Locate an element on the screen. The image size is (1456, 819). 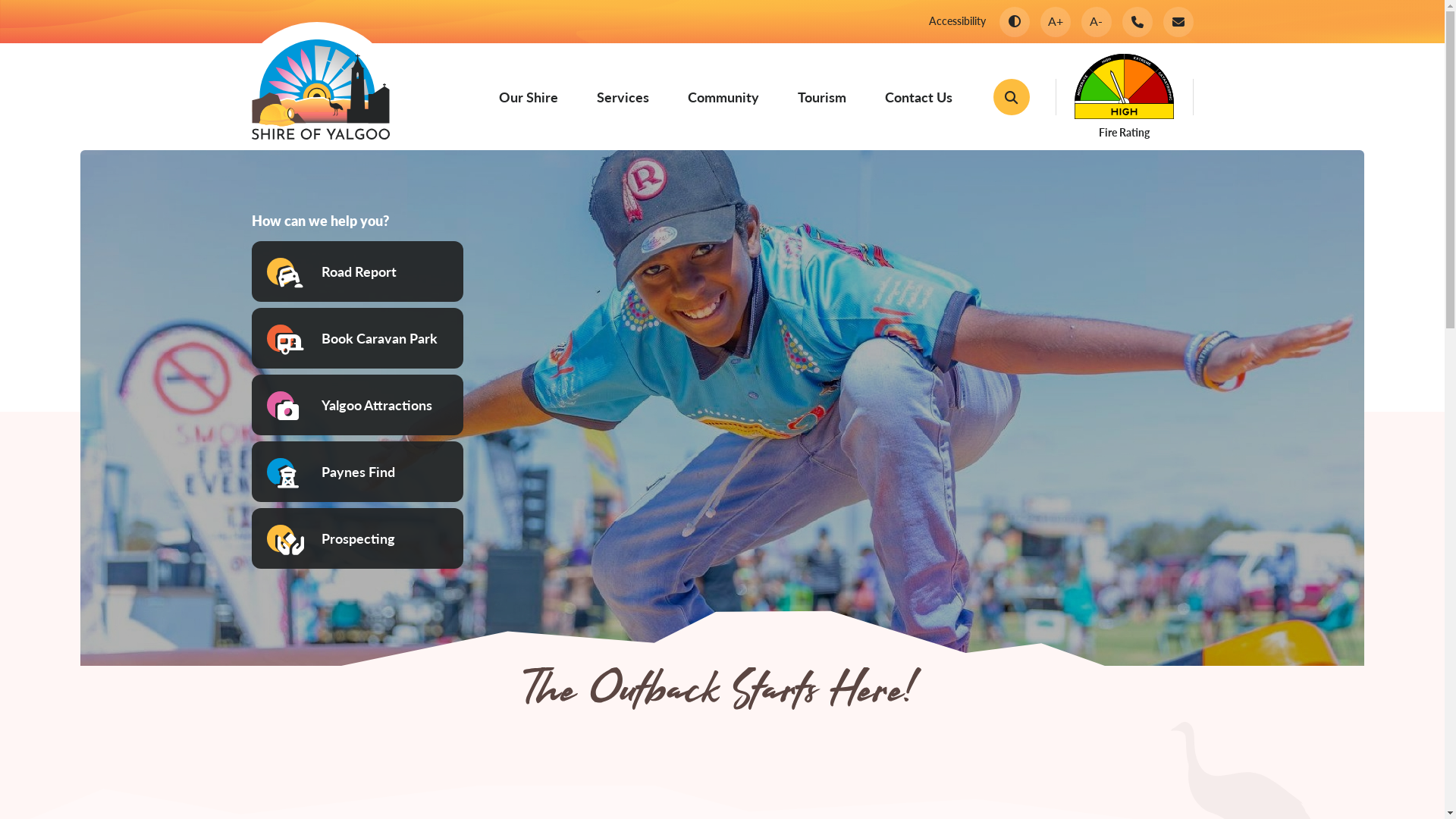
'Contact Us' is located at coordinates (917, 96).